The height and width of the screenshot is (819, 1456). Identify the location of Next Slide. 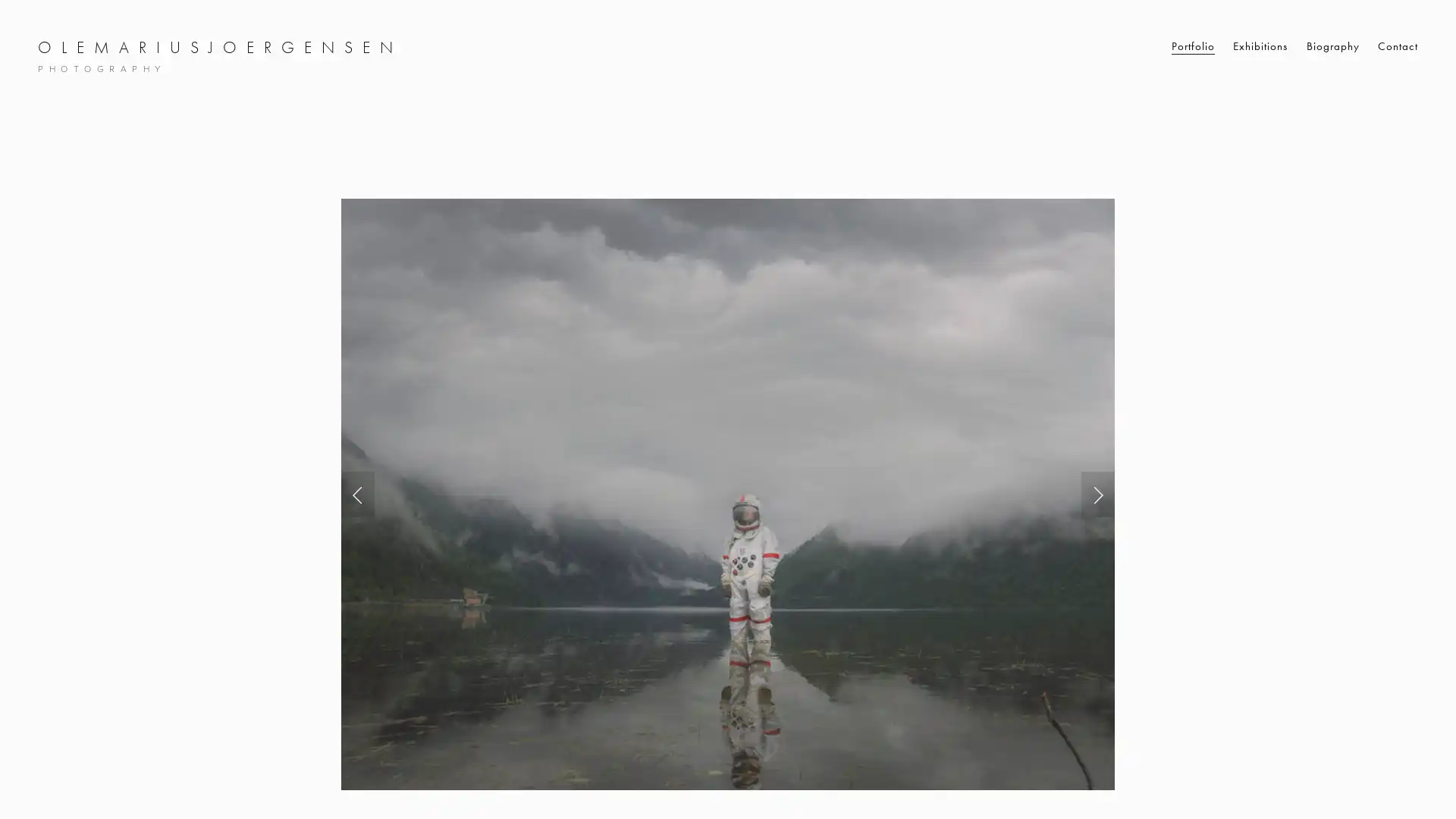
(1098, 494).